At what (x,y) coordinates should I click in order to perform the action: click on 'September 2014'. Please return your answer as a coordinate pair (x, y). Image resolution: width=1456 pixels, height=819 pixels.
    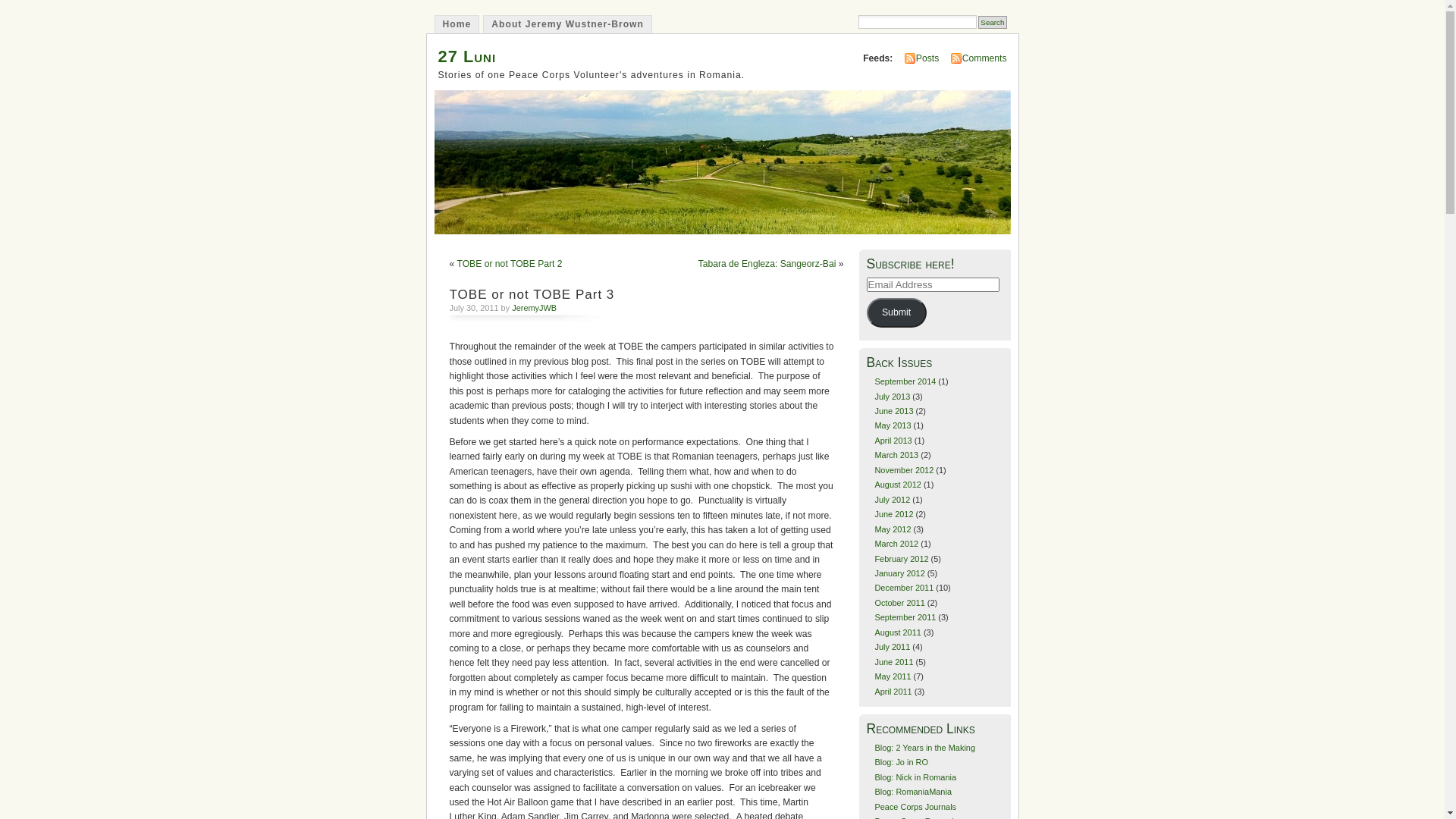
    Looking at the image, I should click on (905, 380).